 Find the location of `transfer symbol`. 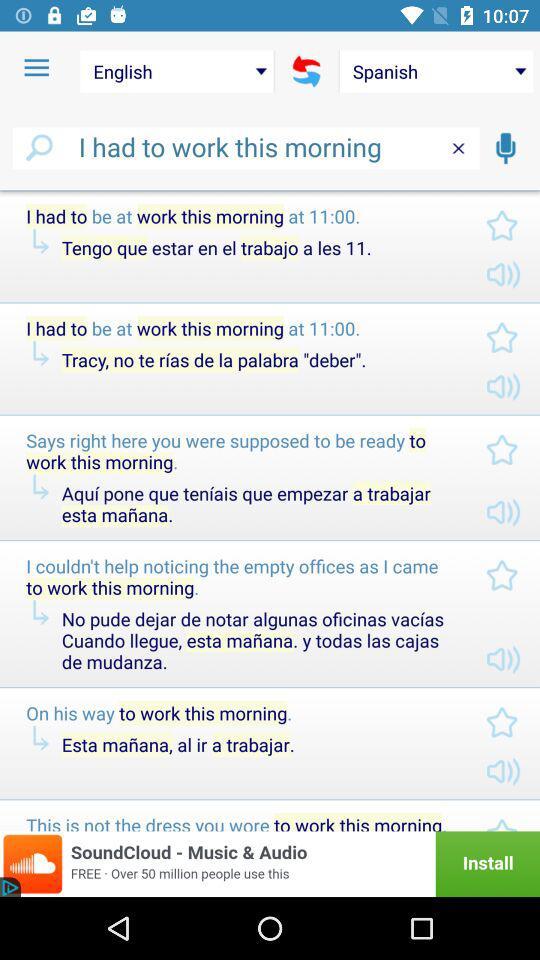

transfer symbol is located at coordinates (306, 71).